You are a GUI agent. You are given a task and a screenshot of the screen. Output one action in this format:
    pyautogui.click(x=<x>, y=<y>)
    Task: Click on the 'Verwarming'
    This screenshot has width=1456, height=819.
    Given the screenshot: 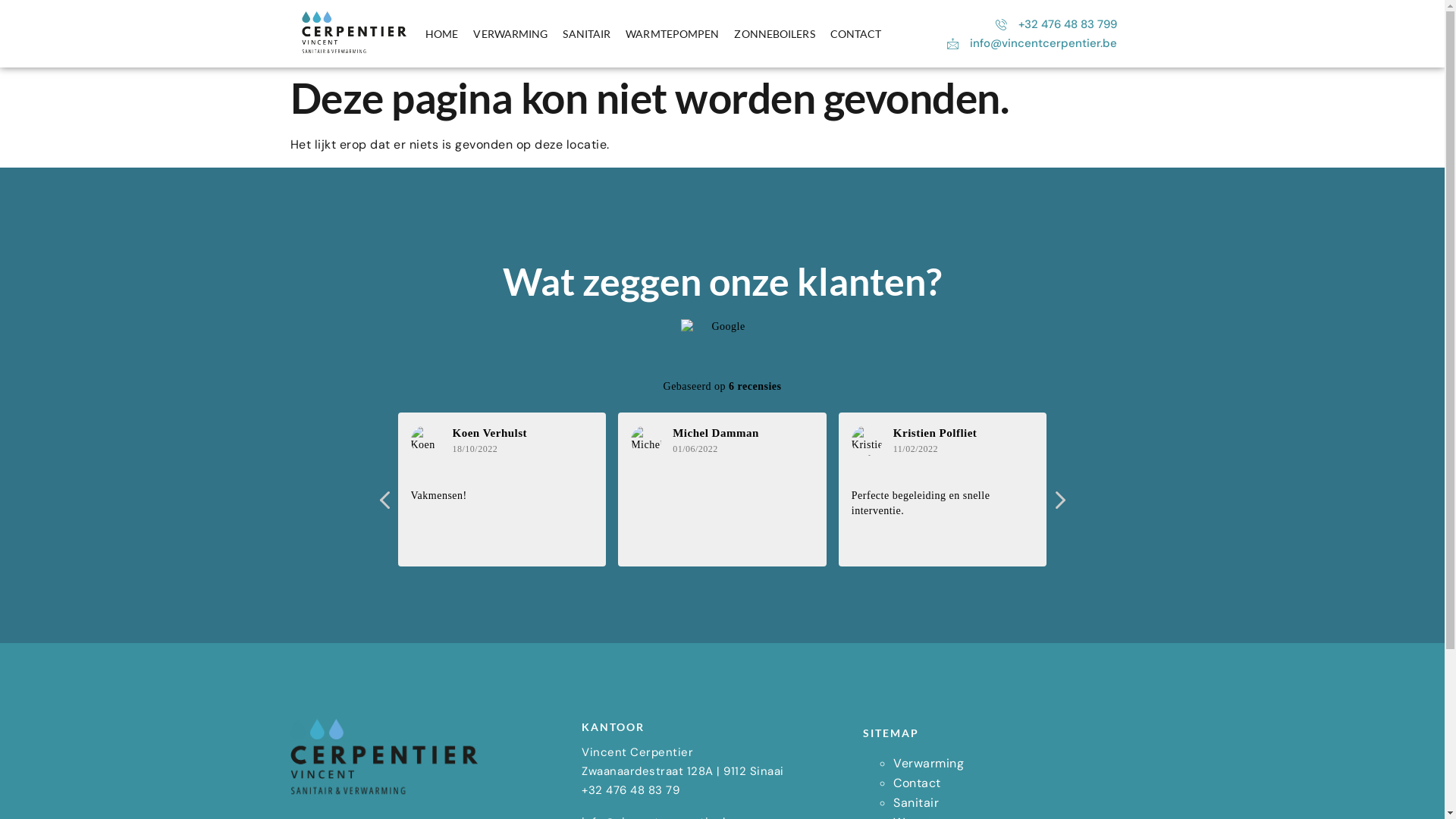 What is the action you would take?
    pyautogui.click(x=893, y=763)
    